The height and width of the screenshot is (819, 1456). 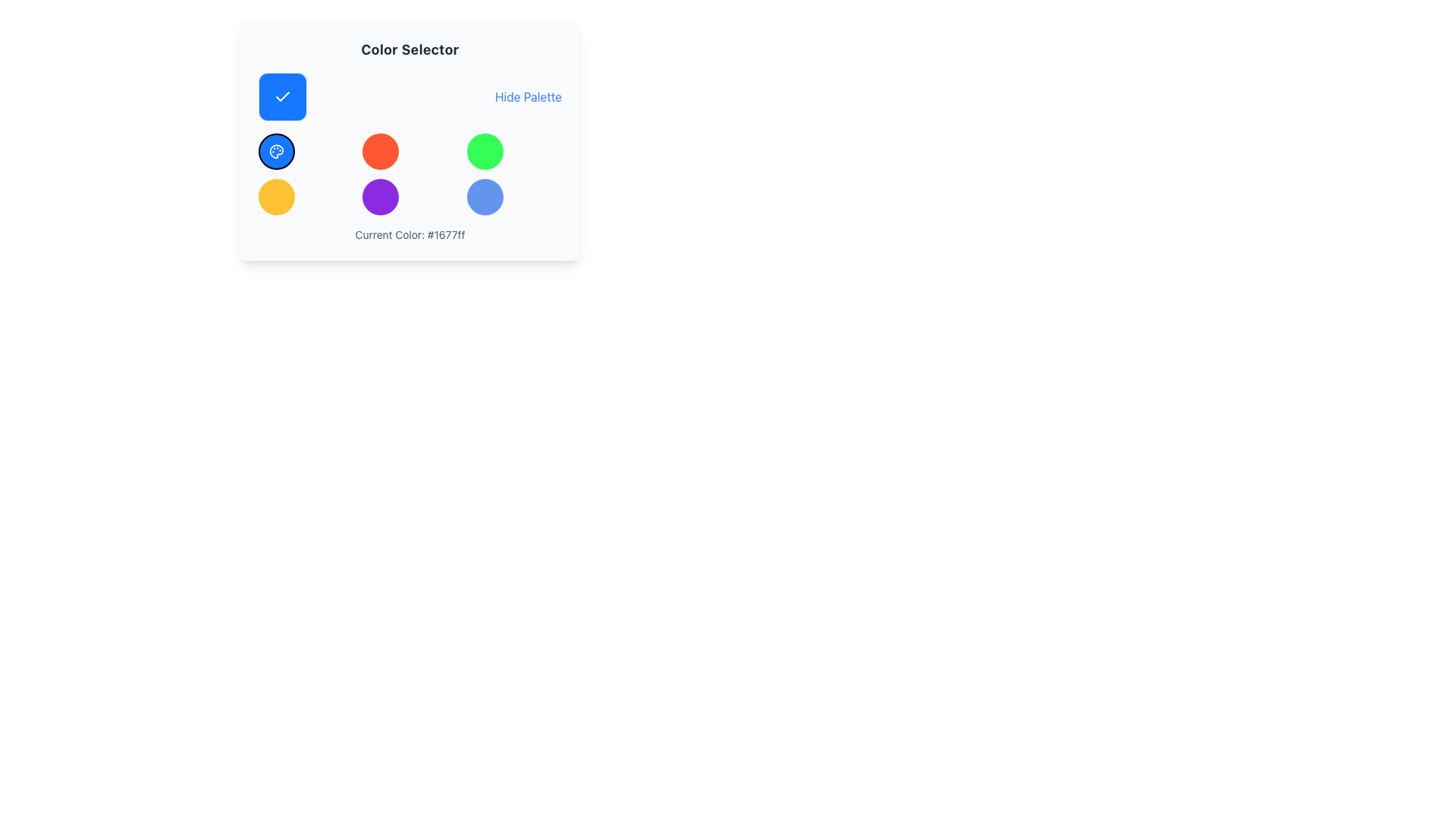 I want to click on the checkmark icon located centrally within the blue square button in the 'Color Selector' panel to indicate selection or confirmation, so click(x=283, y=96).